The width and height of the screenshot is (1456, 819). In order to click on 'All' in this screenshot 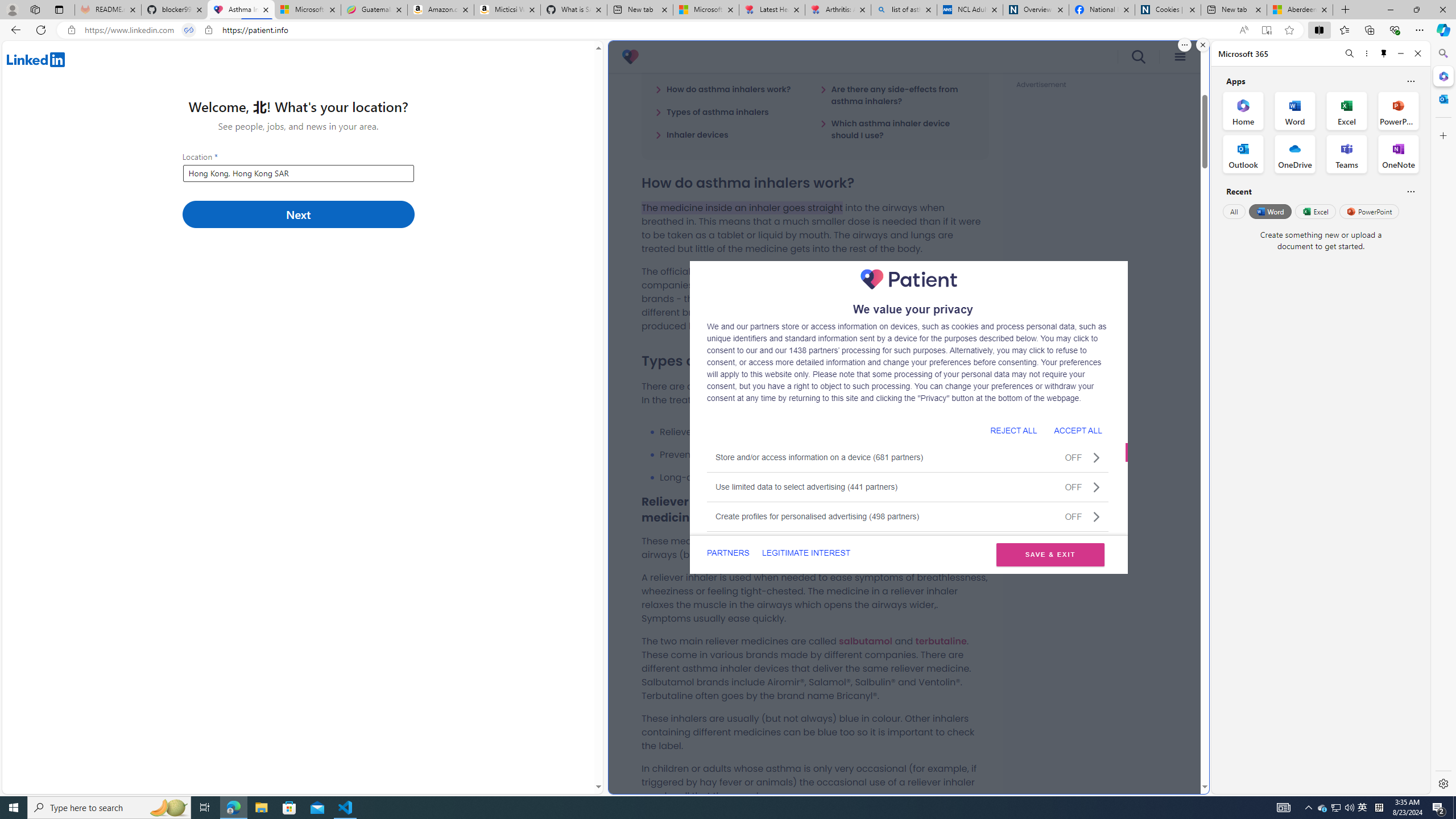, I will do `click(1233, 211)`.